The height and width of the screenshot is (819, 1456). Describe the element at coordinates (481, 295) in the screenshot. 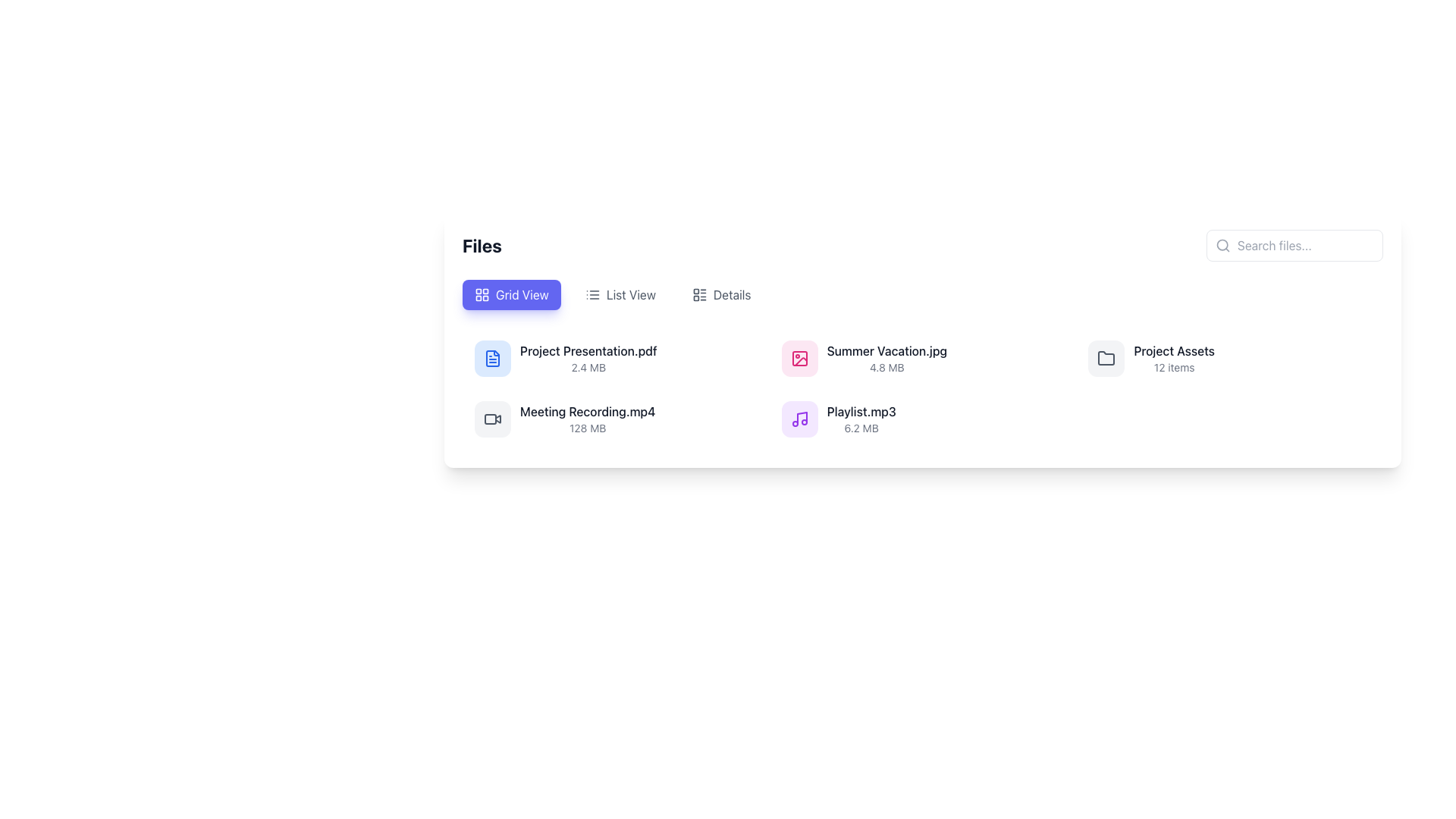

I see `the small grid icon, which is a 2x2 grid of squares located within the purple 'Grid View' button` at that location.